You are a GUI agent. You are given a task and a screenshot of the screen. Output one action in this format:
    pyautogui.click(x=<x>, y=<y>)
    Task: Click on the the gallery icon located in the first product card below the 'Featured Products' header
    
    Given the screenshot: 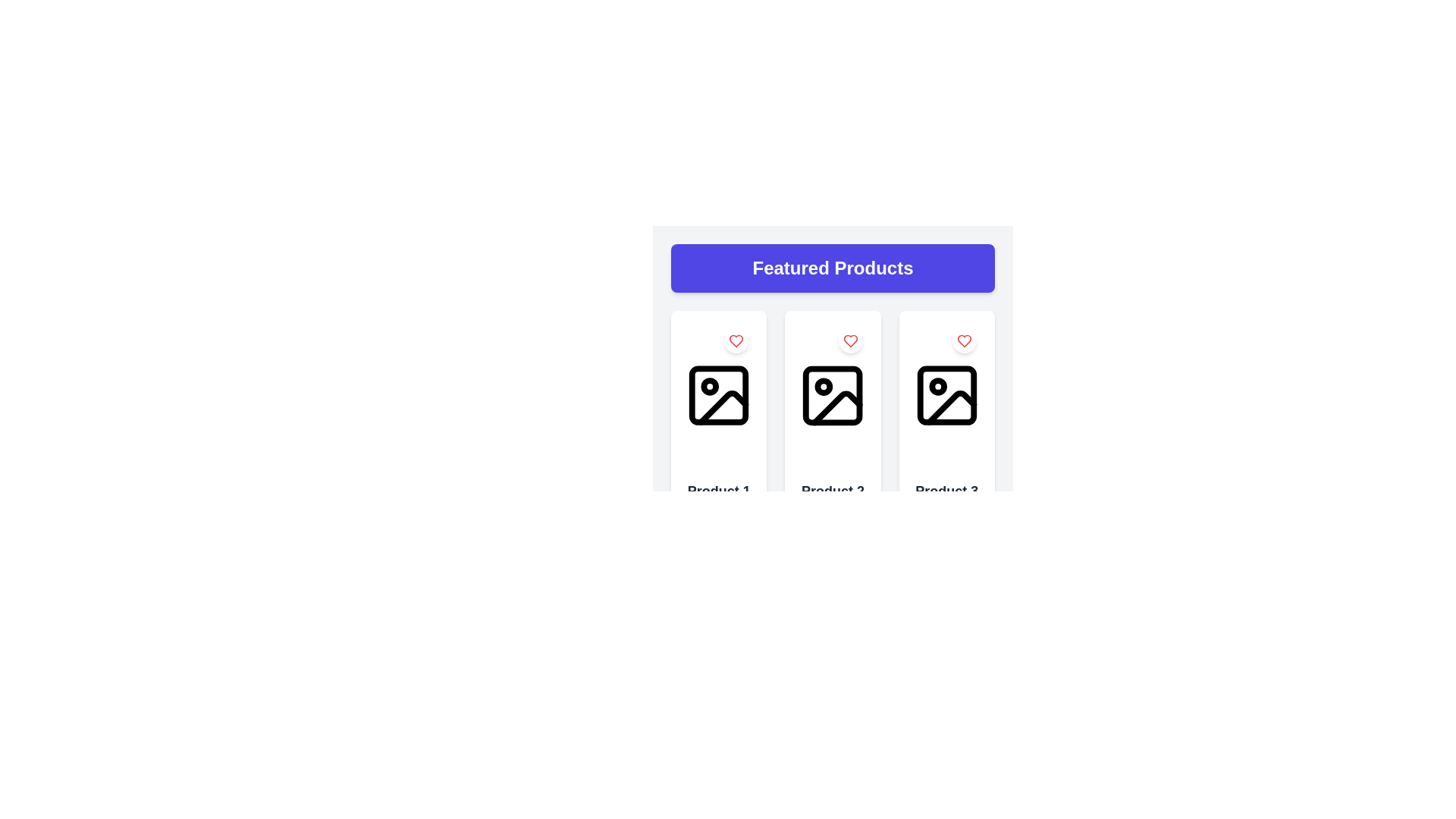 What is the action you would take?
    pyautogui.click(x=718, y=394)
    